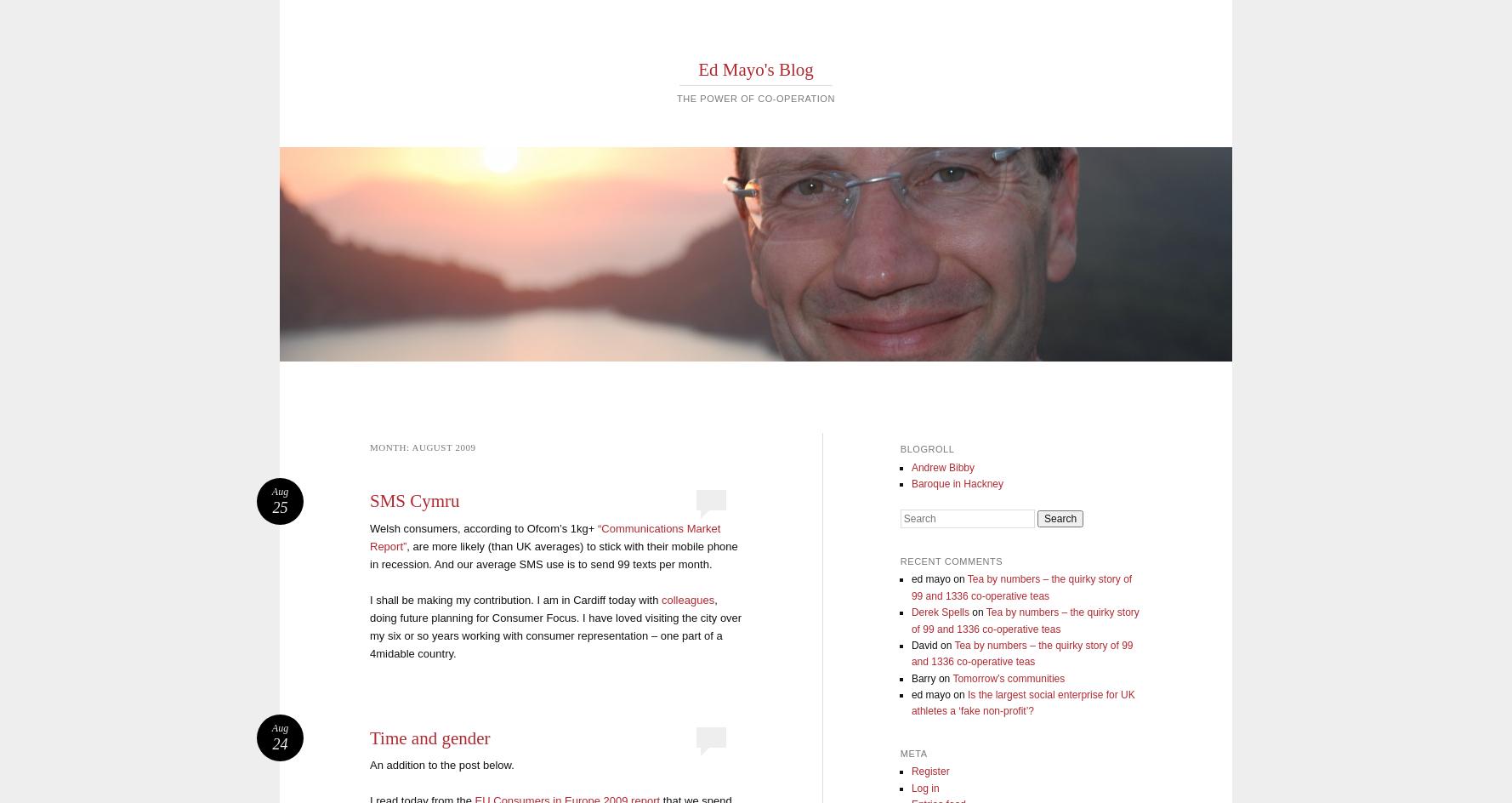 This screenshot has height=803, width=1512. I want to click on 'Barry on', so click(930, 677).